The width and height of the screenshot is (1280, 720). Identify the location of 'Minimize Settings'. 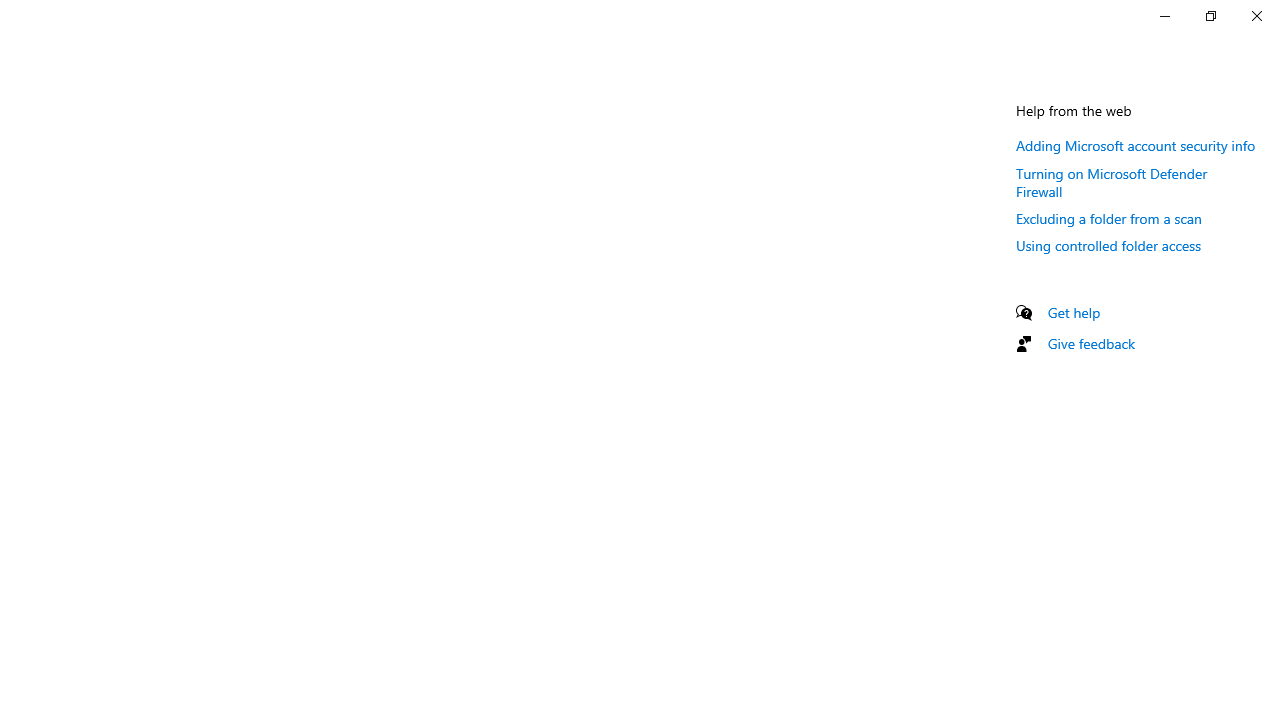
(1164, 15).